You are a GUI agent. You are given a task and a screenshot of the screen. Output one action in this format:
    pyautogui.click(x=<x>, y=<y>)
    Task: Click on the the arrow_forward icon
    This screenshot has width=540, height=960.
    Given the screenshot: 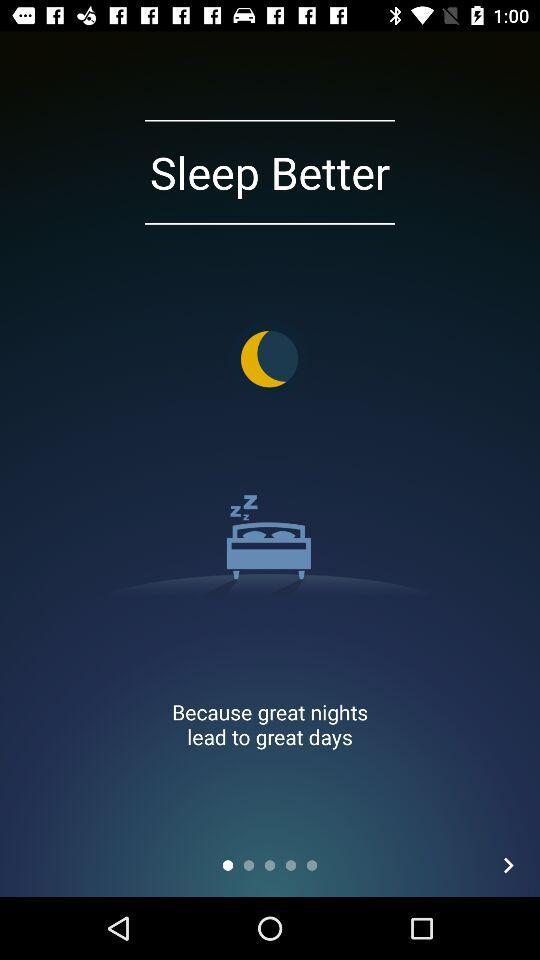 What is the action you would take?
    pyautogui.click(x=508, y=864)
    